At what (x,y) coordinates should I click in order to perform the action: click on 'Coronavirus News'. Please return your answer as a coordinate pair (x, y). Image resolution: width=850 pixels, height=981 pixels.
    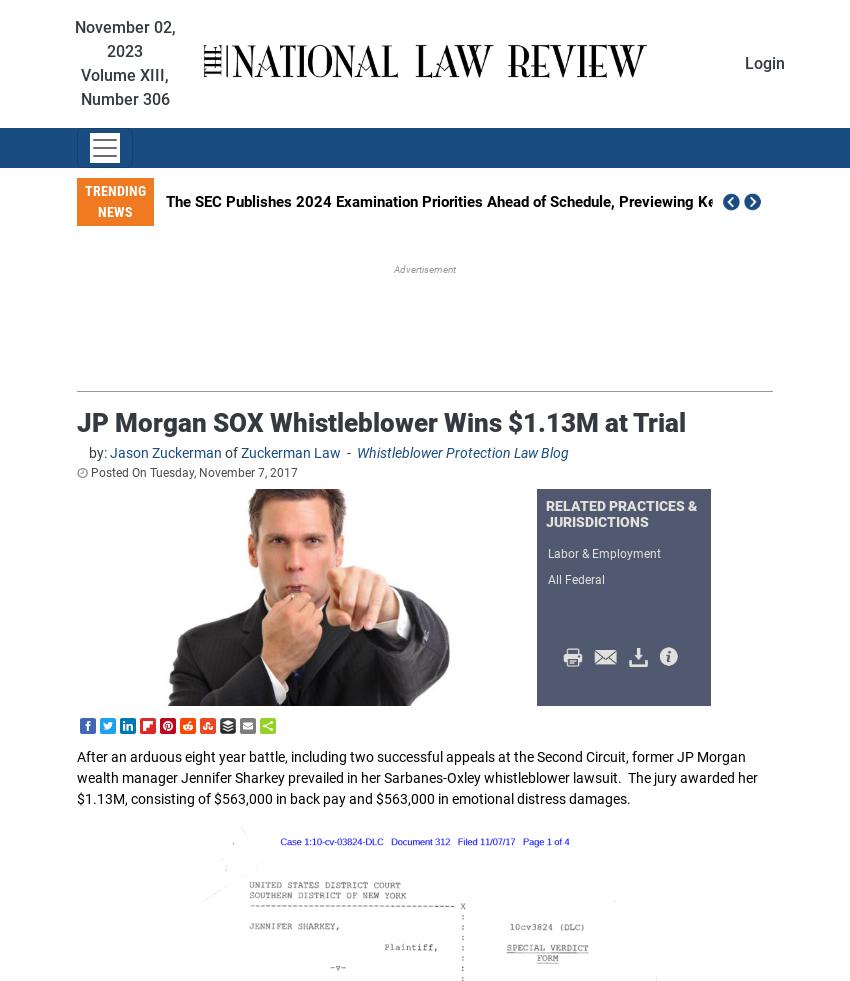
    Looking at the image, I should click on (425, 759).